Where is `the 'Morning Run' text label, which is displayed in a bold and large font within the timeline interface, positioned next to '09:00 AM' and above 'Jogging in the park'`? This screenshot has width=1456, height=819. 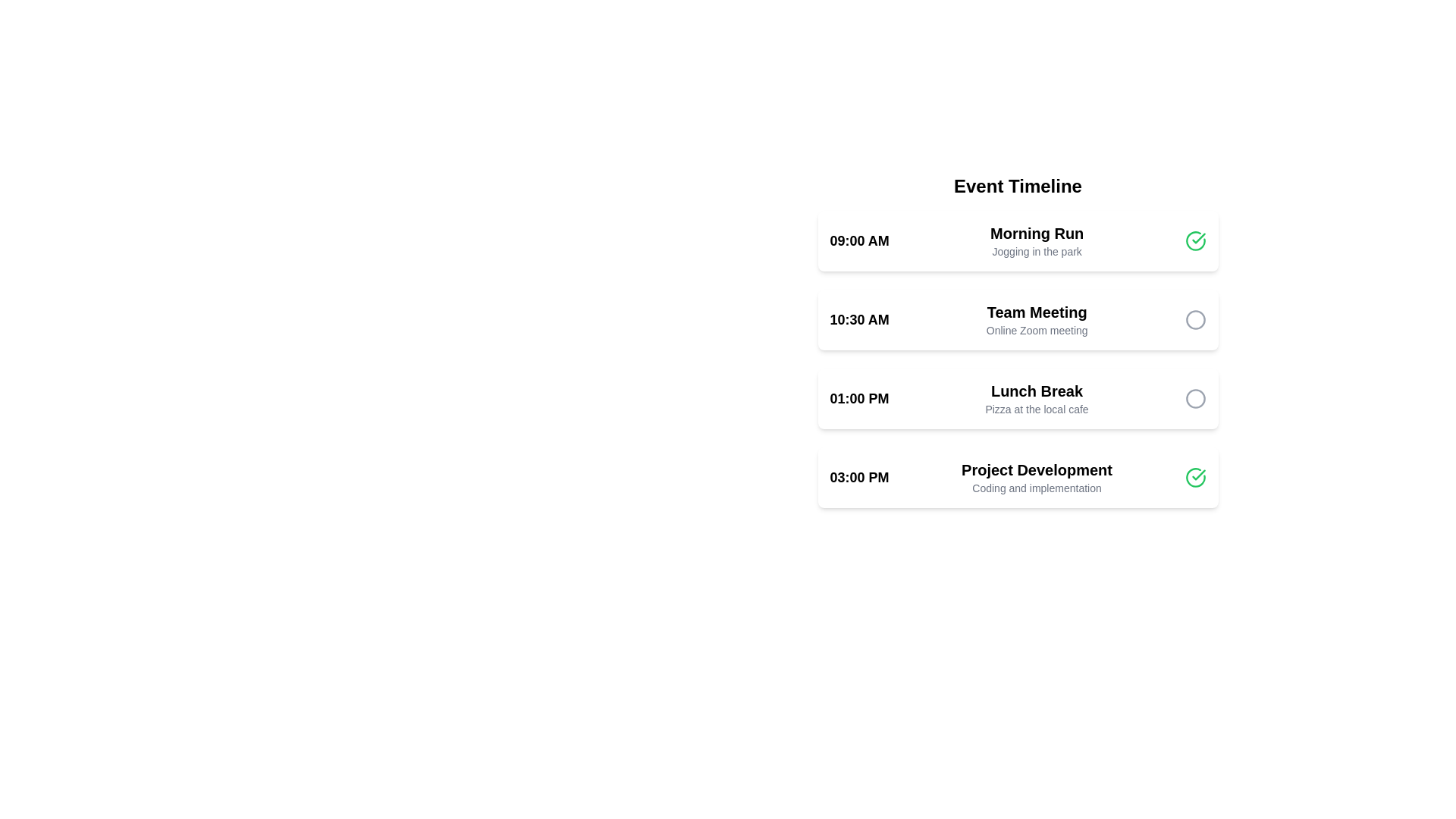 the 'Morning Run' text label, which is displayed in a bold and large font within the timeline interface, positioned next to '09:00 AM' and above 'Jogging in the park' is located at coordinates (1036, 234).